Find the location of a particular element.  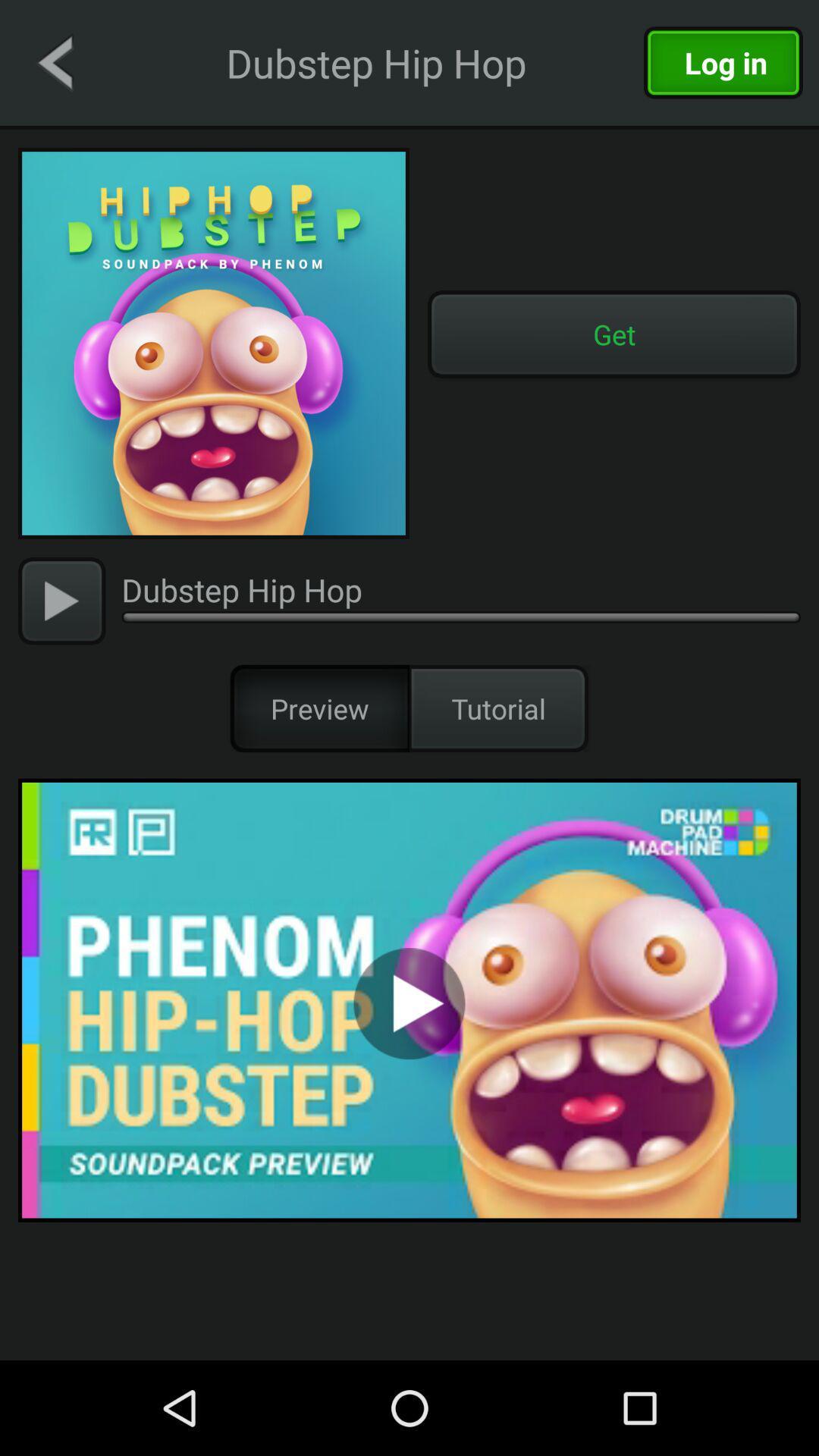

the play icon is located at coordinates (61, 600).